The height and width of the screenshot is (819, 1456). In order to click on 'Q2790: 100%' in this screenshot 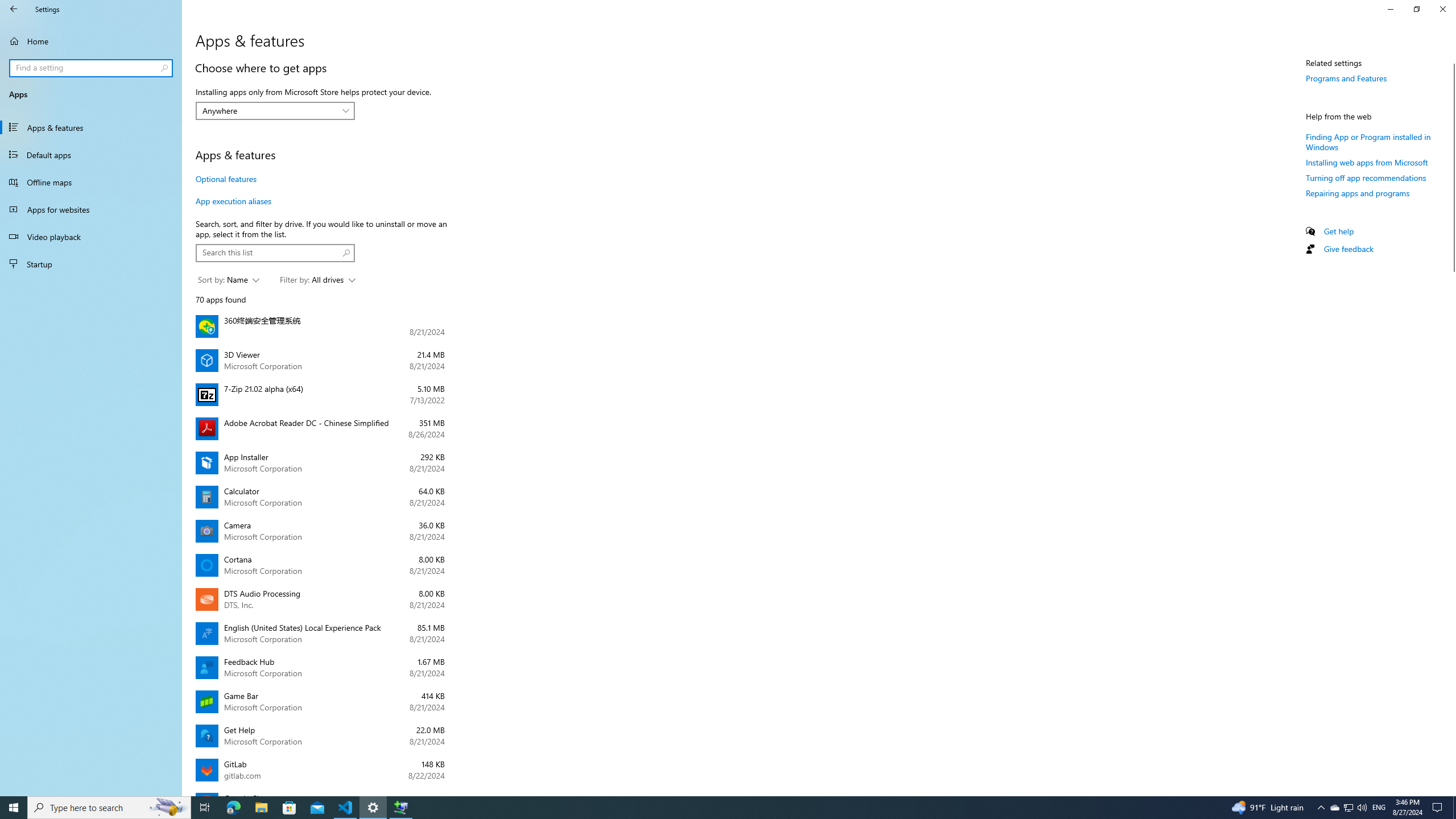, I will do `click(1361, 806)`.